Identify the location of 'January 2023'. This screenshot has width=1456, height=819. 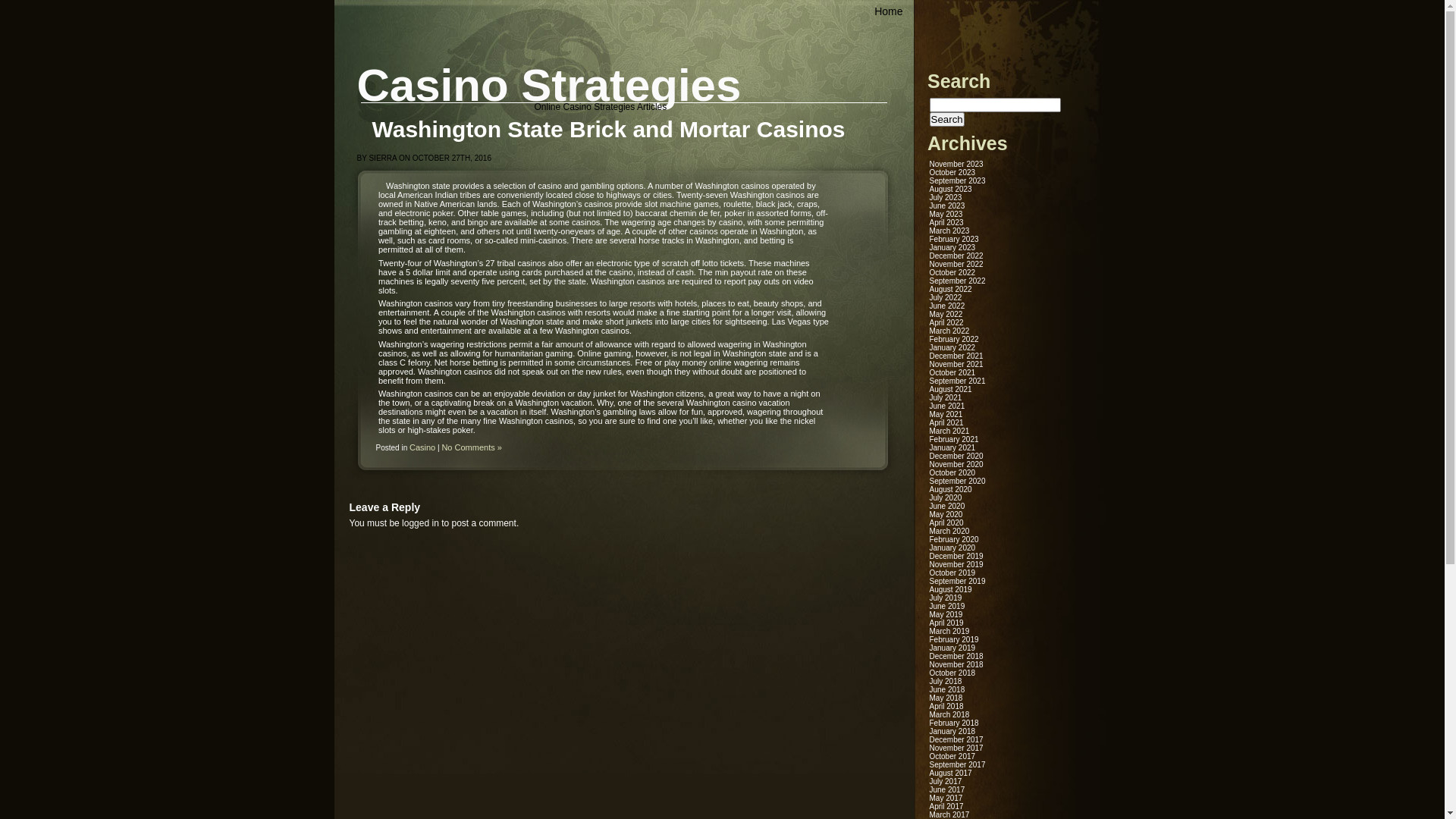
(952, 246).